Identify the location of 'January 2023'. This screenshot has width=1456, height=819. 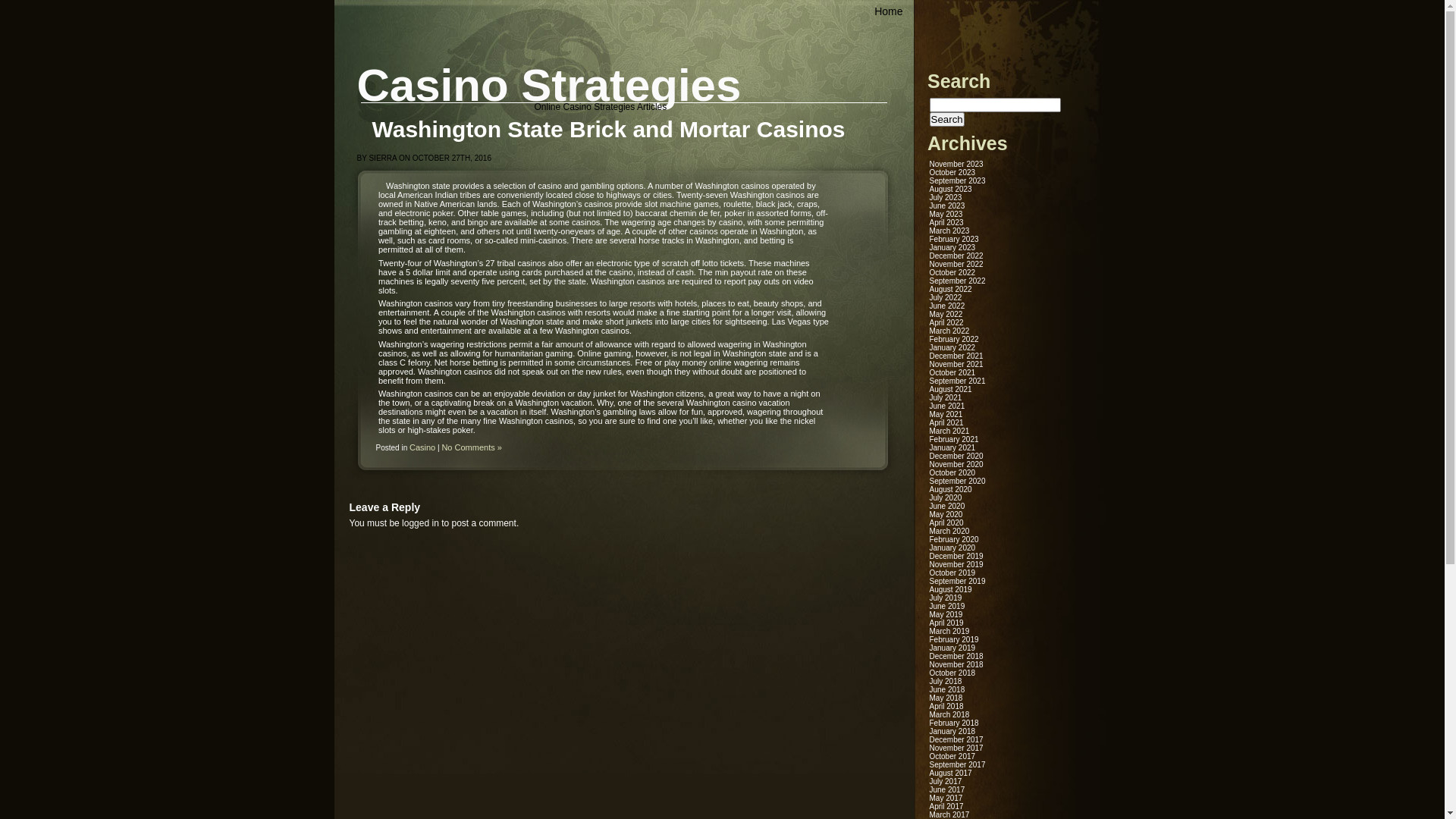
(952, 246).